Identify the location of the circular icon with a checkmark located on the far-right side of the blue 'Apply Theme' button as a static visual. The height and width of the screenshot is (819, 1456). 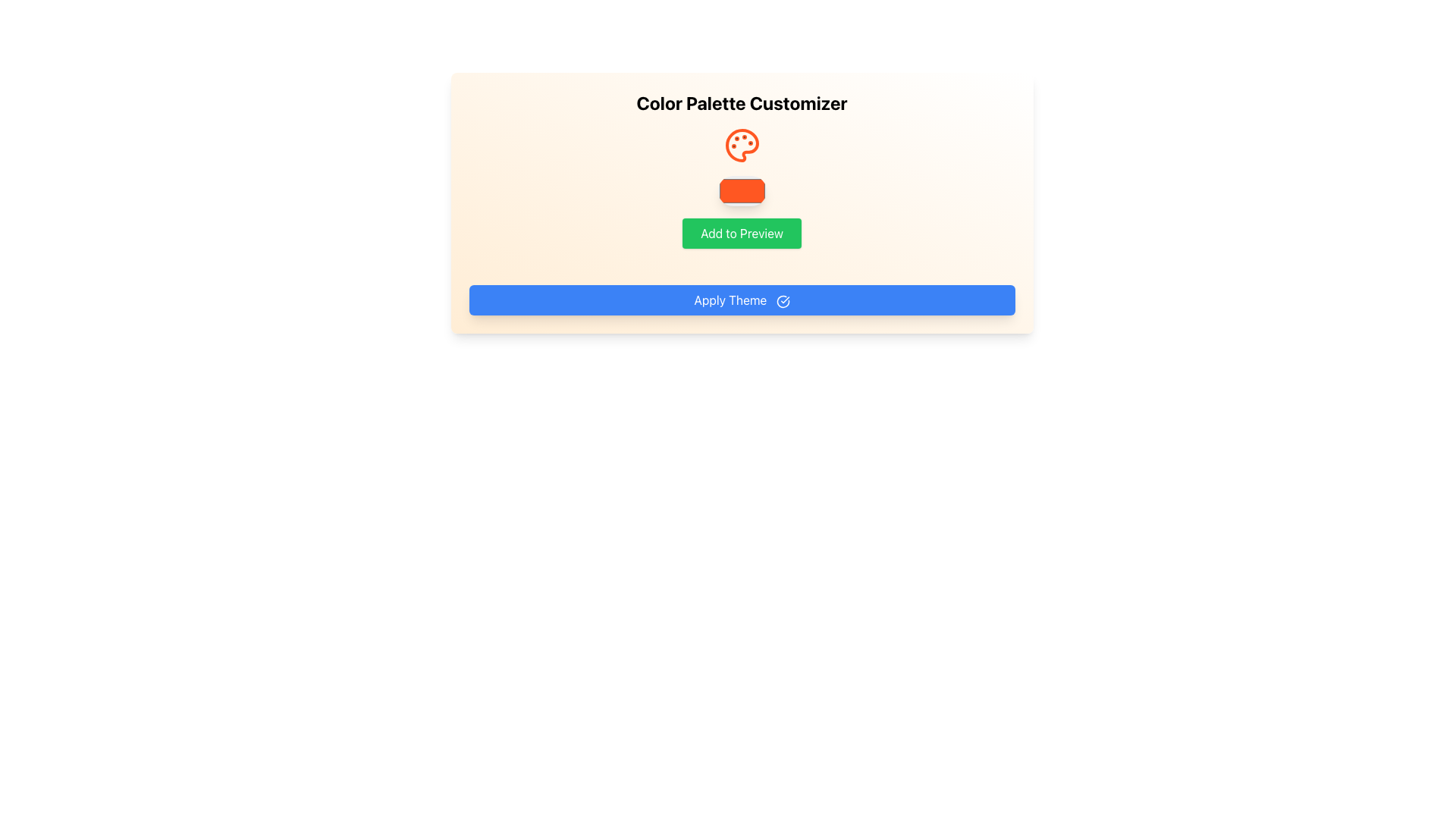
(783, 301).